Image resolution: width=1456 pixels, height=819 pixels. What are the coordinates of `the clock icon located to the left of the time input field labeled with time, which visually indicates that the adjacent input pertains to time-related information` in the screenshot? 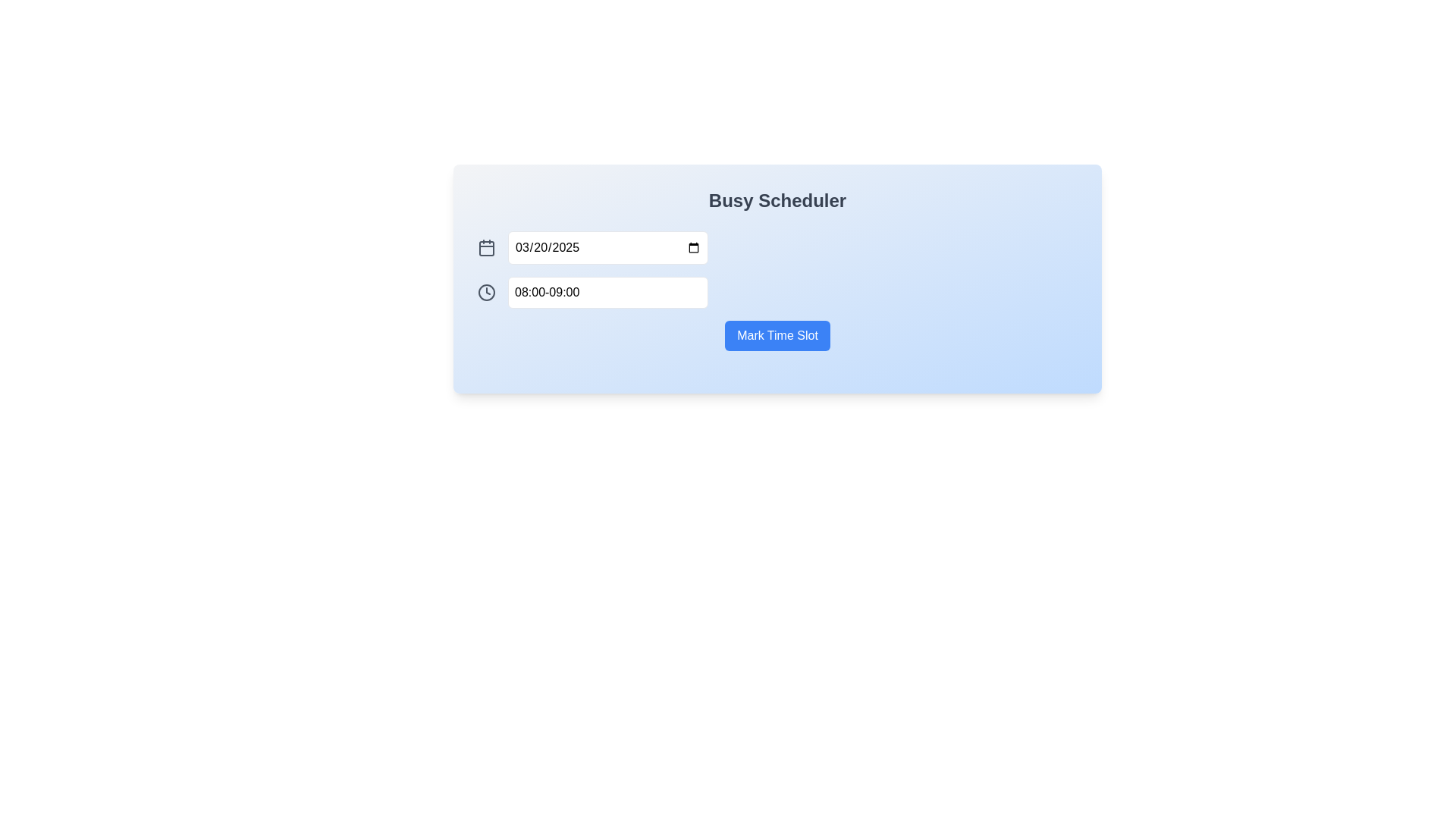 It's located at (487, 292).